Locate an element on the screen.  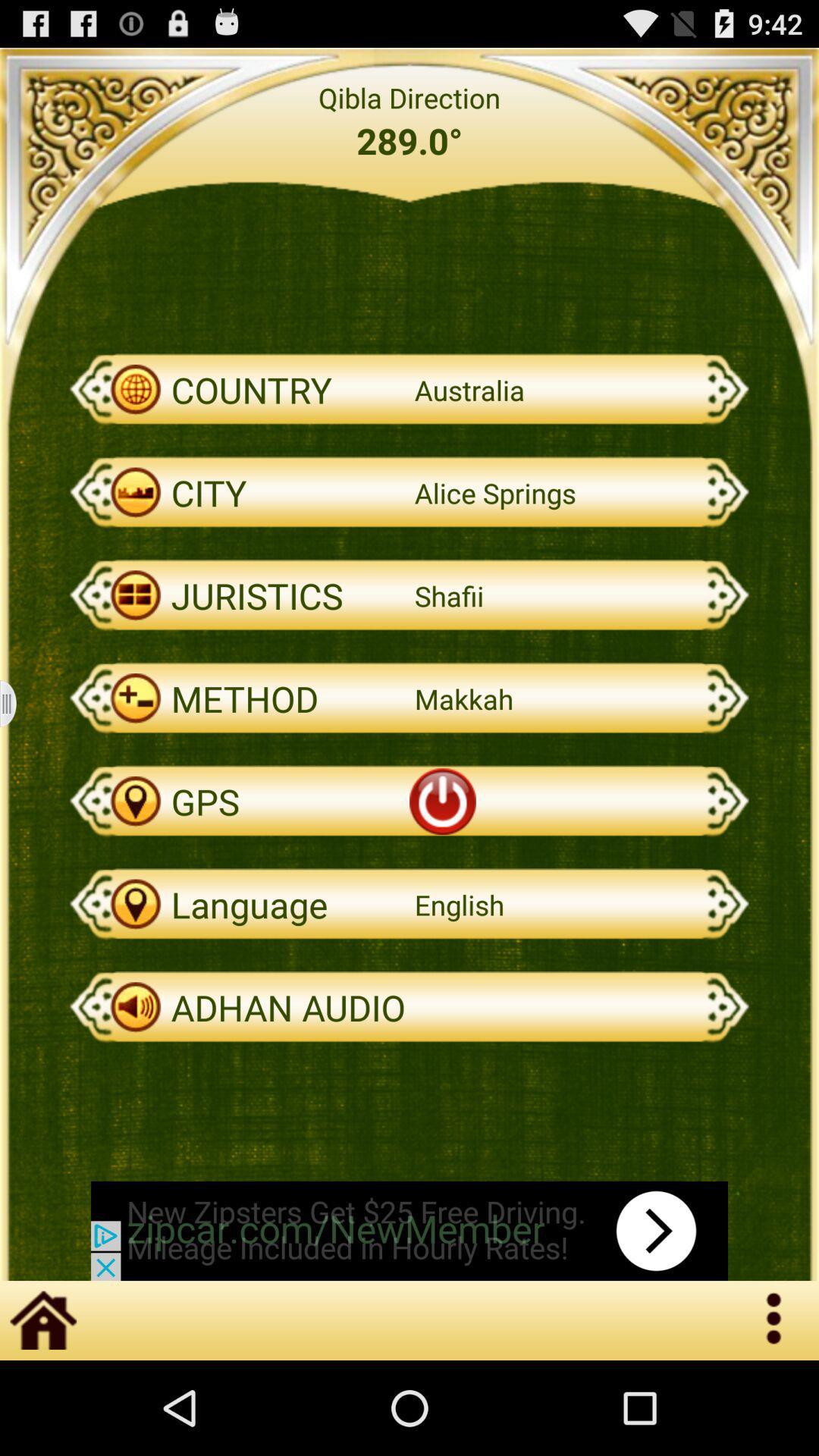
hide button is located at coordinates (17, 703).